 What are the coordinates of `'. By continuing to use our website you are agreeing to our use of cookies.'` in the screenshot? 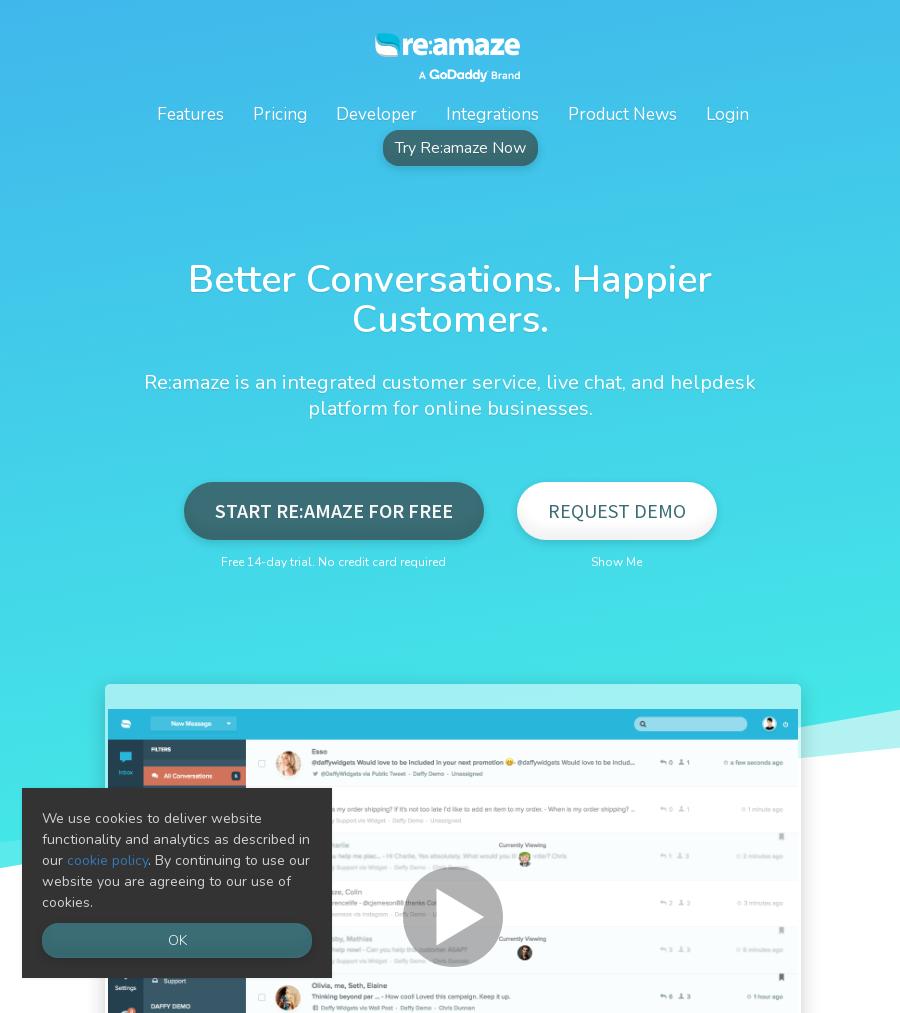 It's located at (176, 880).